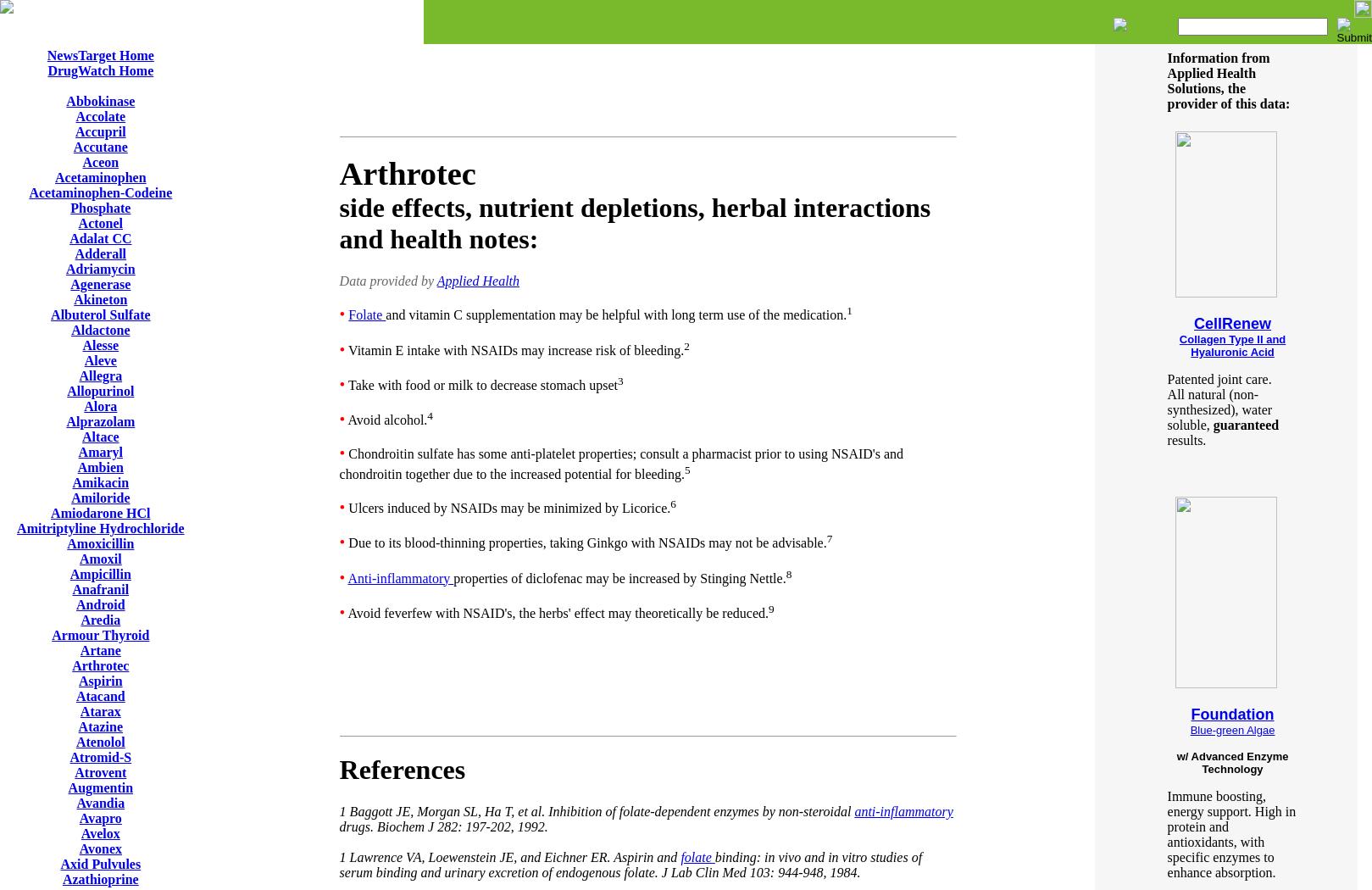 Image resolution: width=1372 pixels, height=890 pixels. What do you see at coordinates (100, 848) in the screenshot?
I see `'Avonex'` at bounding box center [100, 848].